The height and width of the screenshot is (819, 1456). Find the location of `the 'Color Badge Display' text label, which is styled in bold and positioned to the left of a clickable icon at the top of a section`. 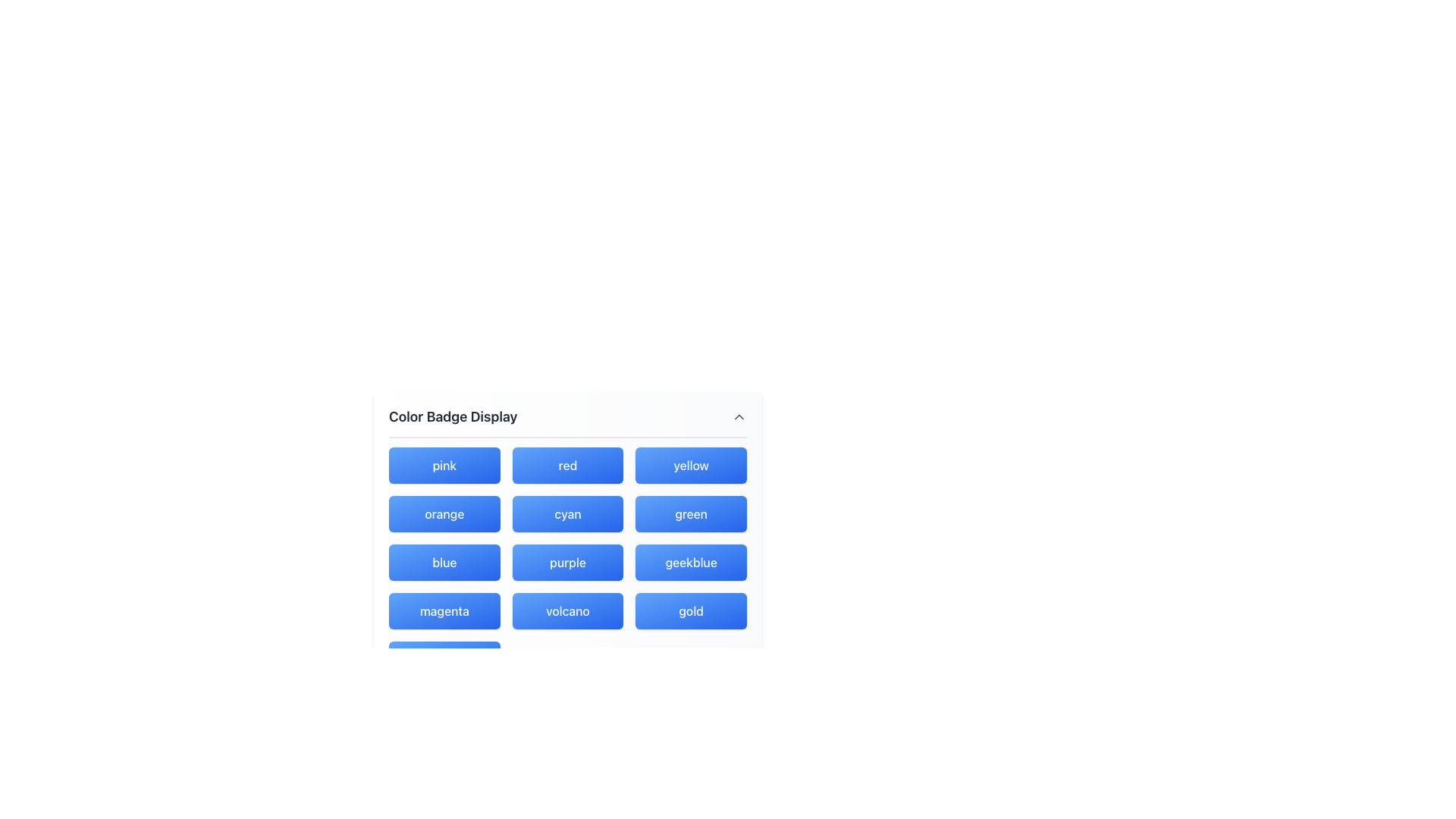

the 'Color Badge Display' text label, which is styled in bold and positioned to the left of a clickable icon at the top of a section is located at coordinates (452, 417).